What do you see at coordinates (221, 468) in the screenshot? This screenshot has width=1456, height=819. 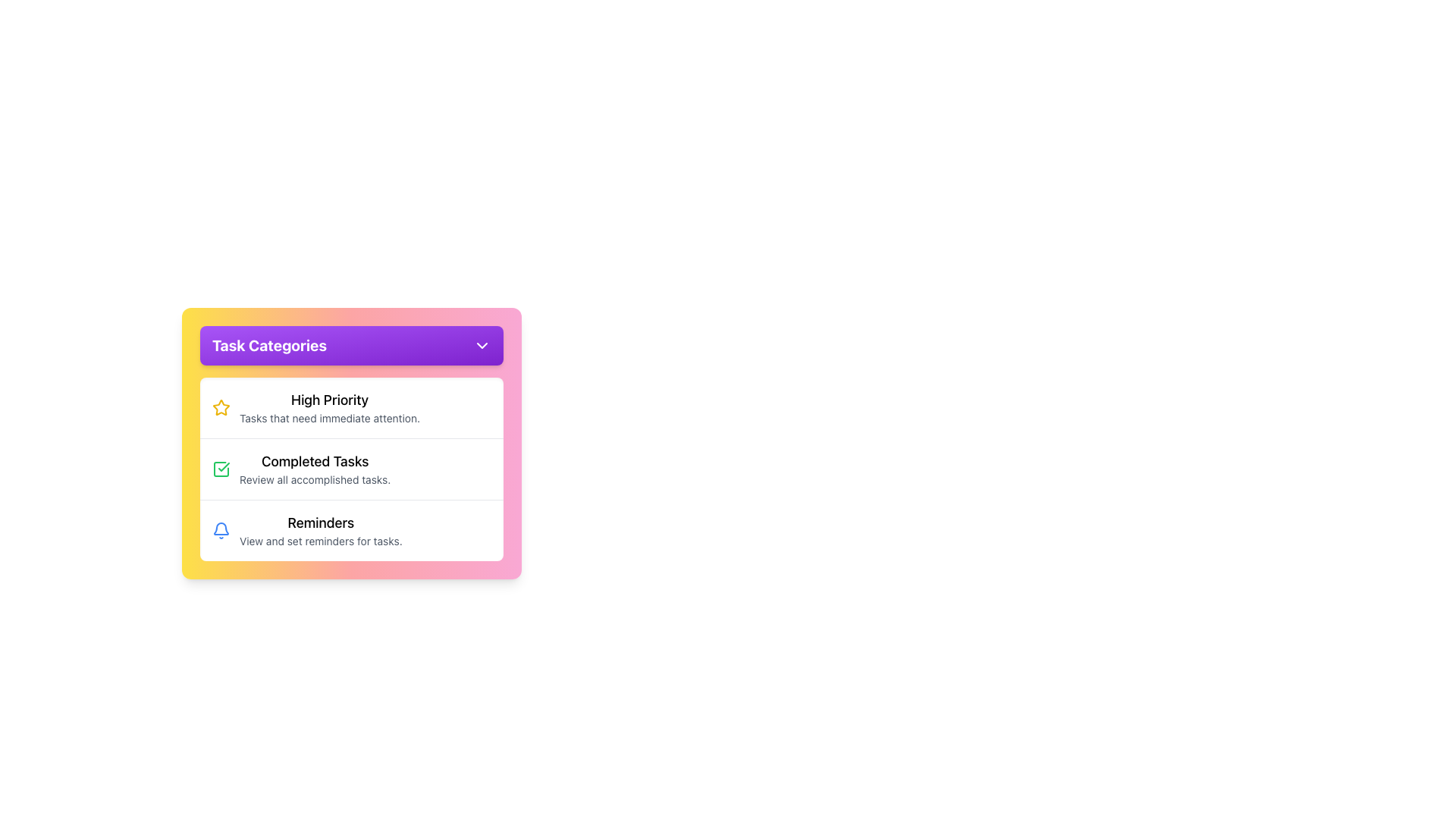 I see `the checkbox icon representing the completion status for tasks in the 'Completed Tasks' section of the display` at bounding box center [221, 468].